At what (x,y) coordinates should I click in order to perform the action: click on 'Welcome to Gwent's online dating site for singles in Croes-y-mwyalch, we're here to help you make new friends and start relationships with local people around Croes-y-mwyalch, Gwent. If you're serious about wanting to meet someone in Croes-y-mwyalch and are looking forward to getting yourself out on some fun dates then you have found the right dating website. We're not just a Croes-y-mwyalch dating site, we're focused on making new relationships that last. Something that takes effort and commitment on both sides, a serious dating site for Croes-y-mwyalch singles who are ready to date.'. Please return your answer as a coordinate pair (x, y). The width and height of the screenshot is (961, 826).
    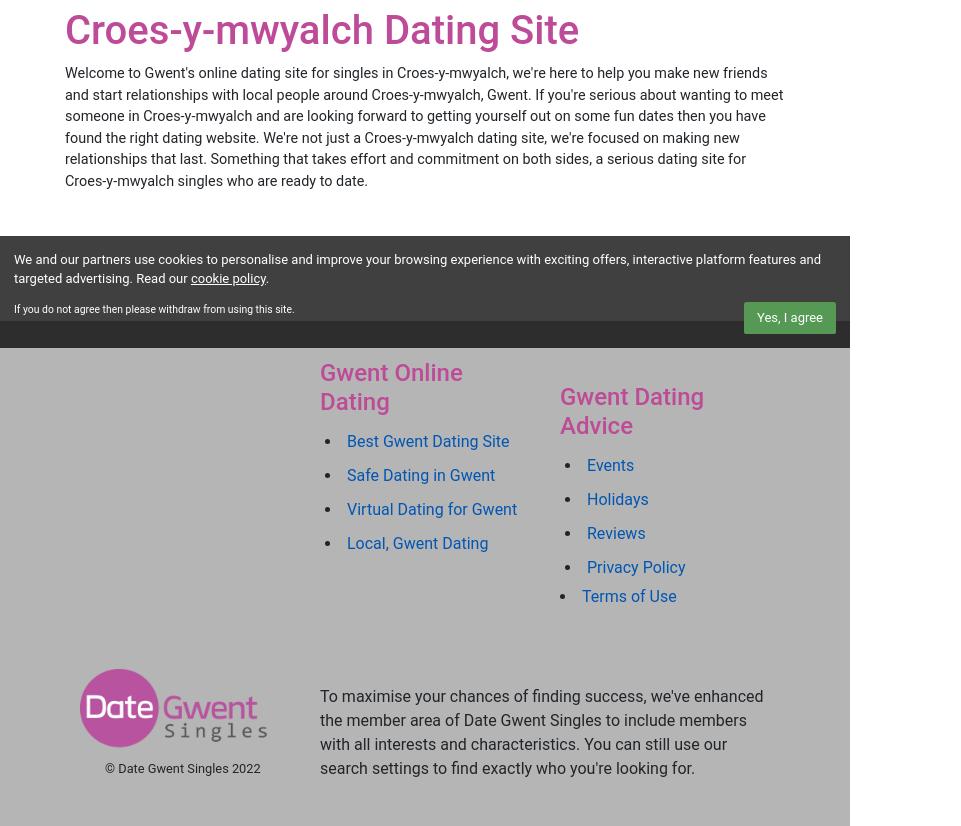
    Looking at the image, I should click on (423, 126).